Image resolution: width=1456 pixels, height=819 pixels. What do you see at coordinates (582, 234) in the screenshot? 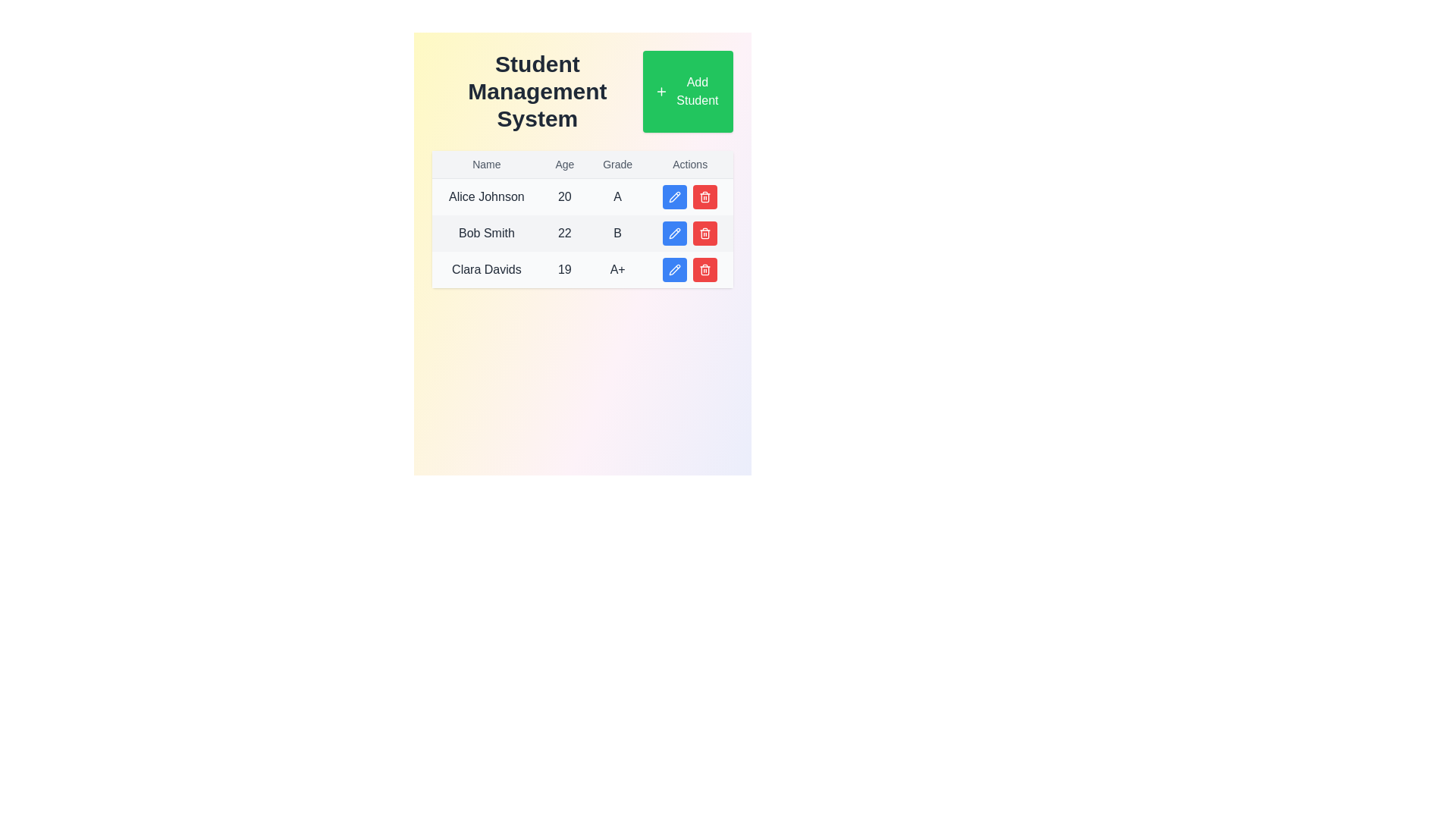
I see `the second row` at bounding box center [582, 234].